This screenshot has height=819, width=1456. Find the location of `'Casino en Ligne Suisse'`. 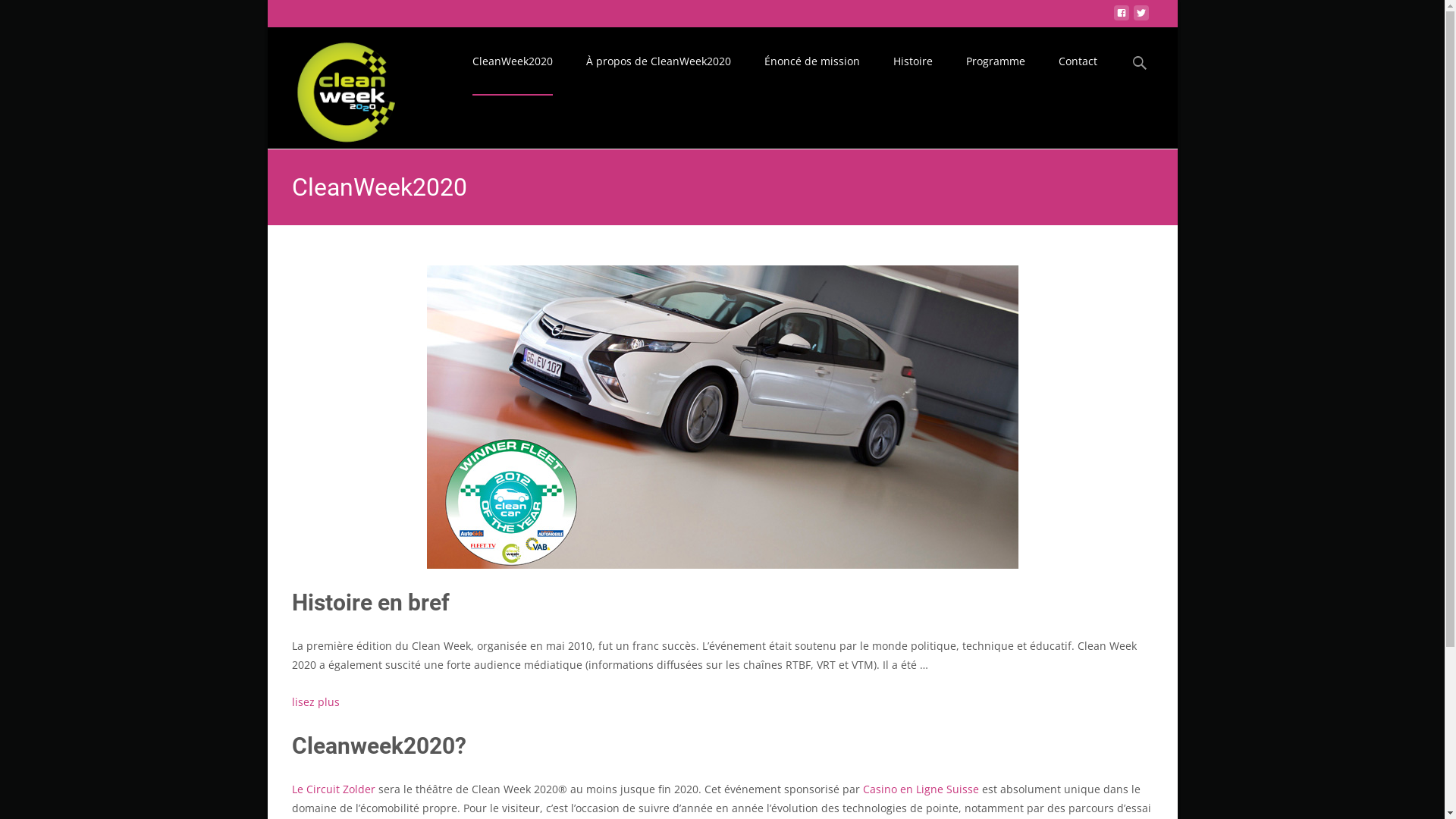

'Casino en Ligne Suisse' is located at coordinates (862, 788).